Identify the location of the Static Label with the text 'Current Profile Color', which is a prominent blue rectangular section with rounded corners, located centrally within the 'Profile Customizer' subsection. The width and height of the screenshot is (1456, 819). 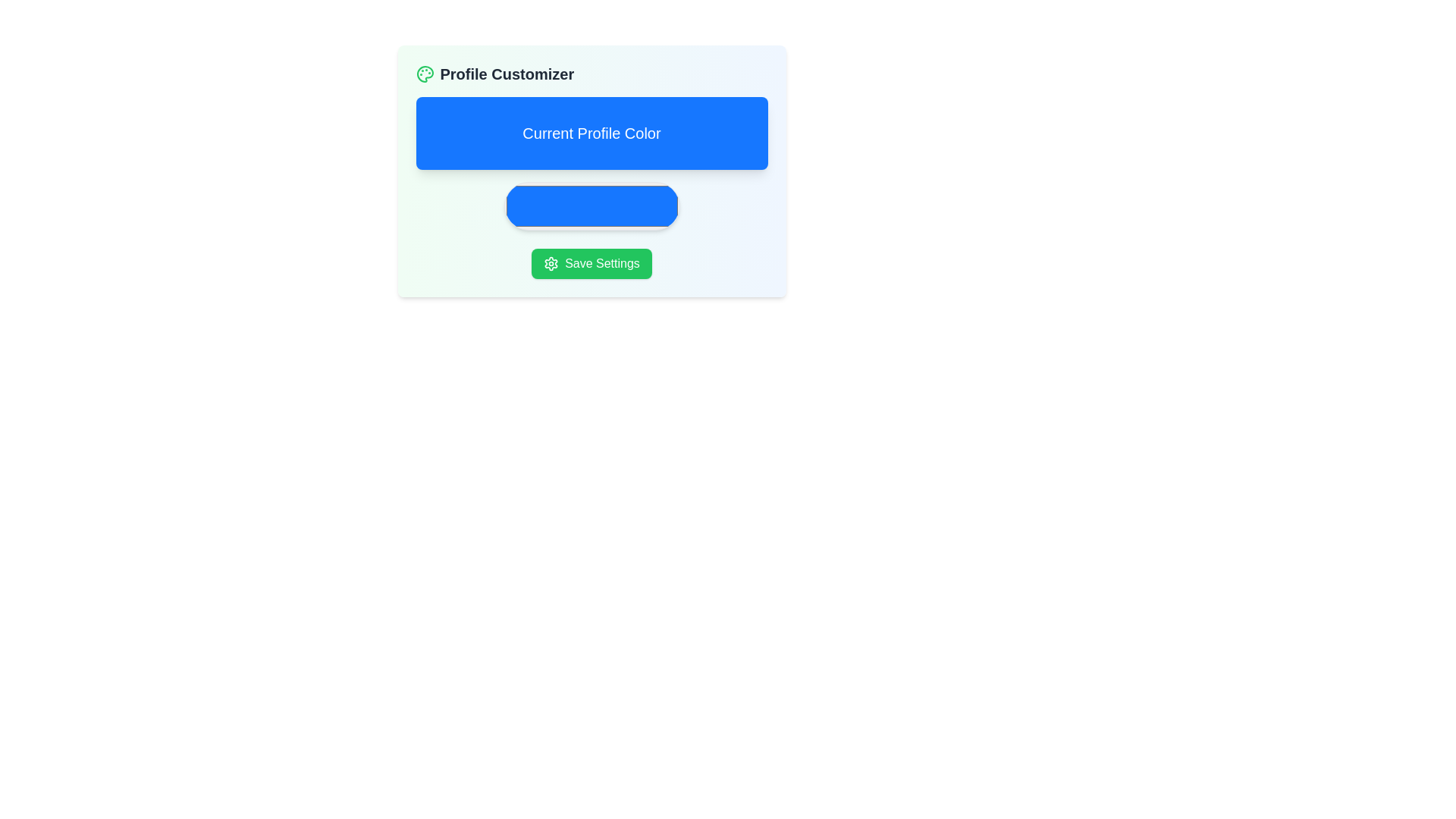
(591, 133).